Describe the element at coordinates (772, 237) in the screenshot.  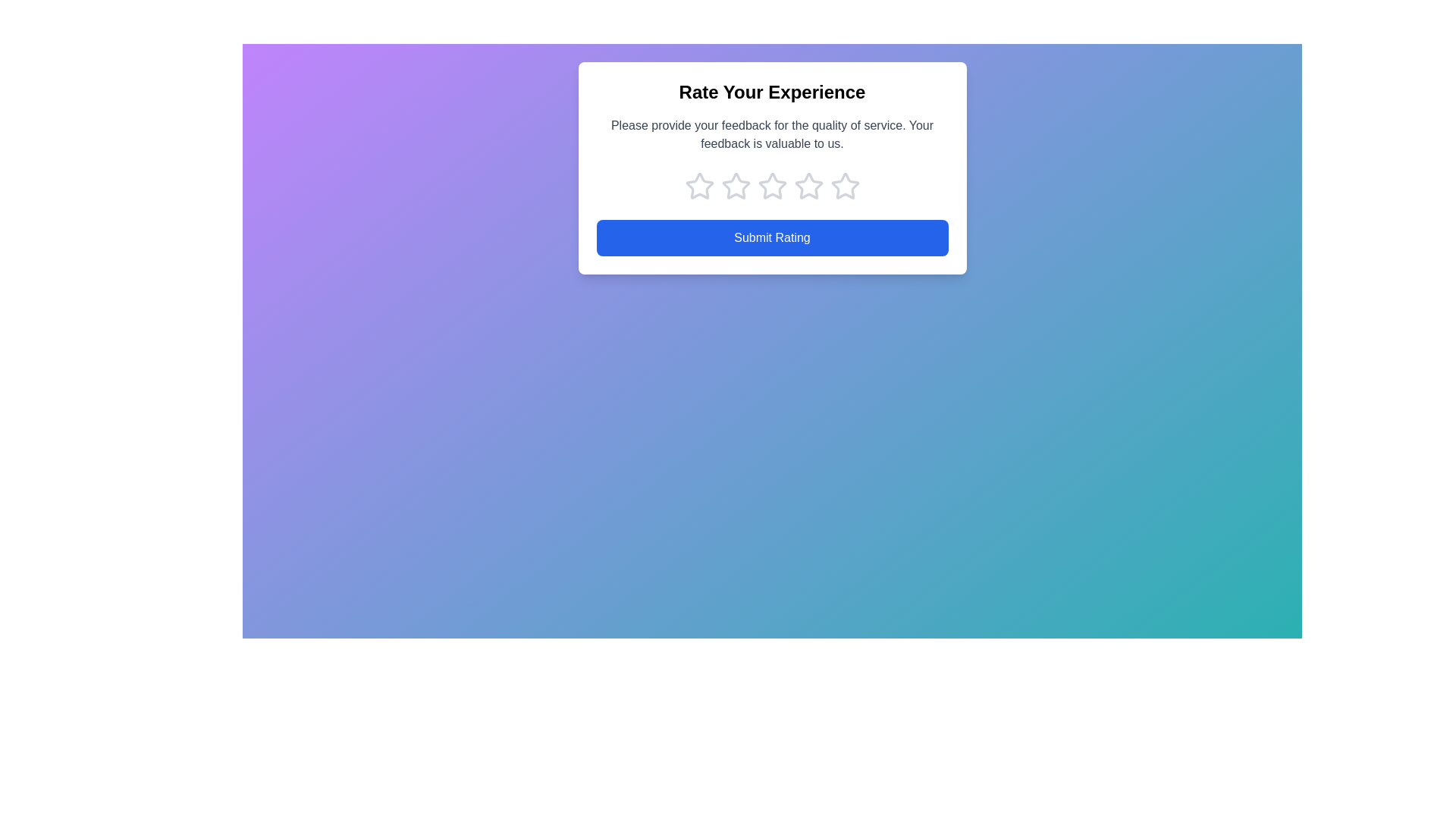
I see `the submit button to submit the feedback` at that location.